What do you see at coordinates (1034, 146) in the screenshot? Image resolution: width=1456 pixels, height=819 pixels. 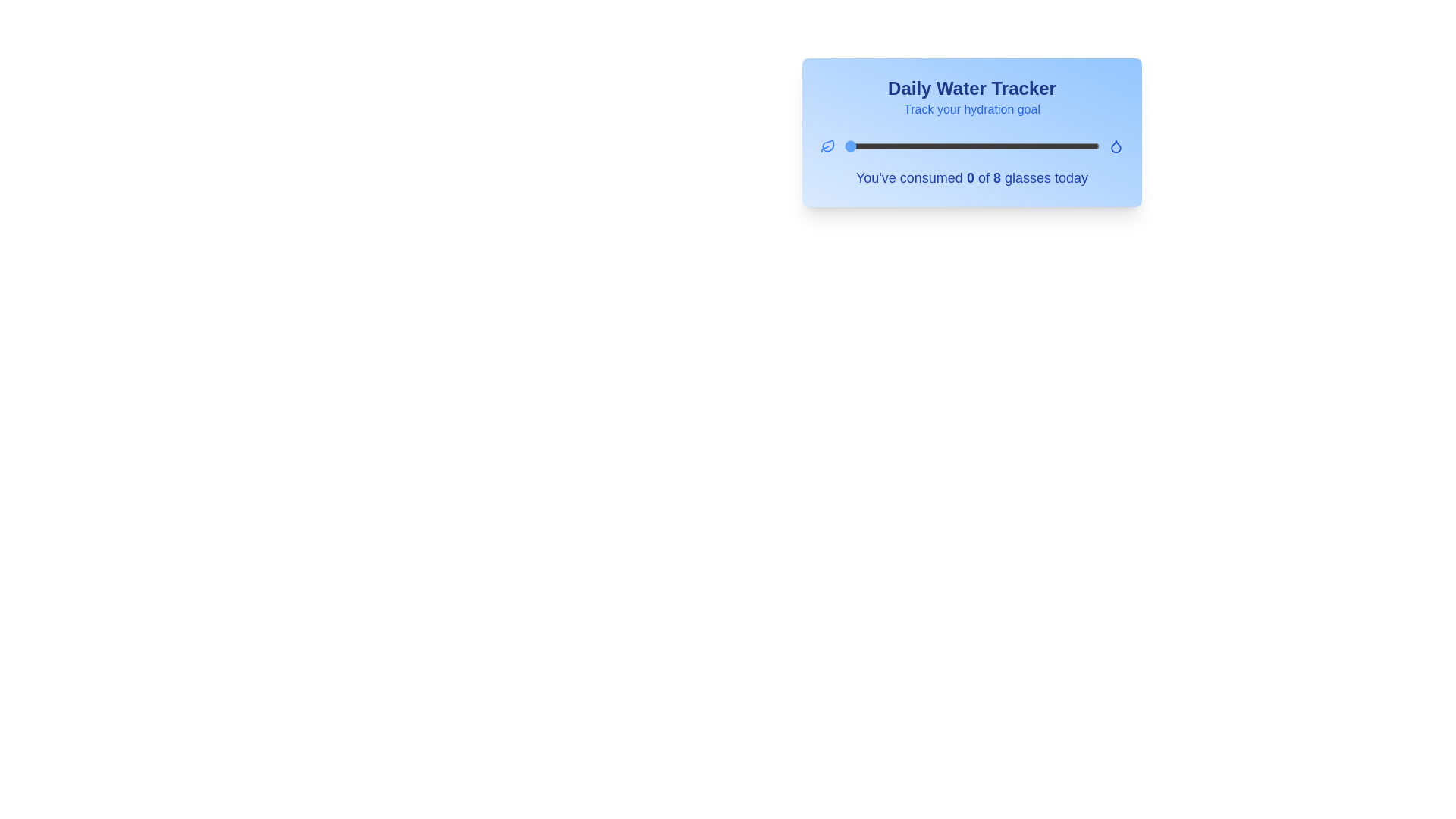 I see `the water intake slider to set the water consumption to 6 glasses` at bounding box center [1034, 146].